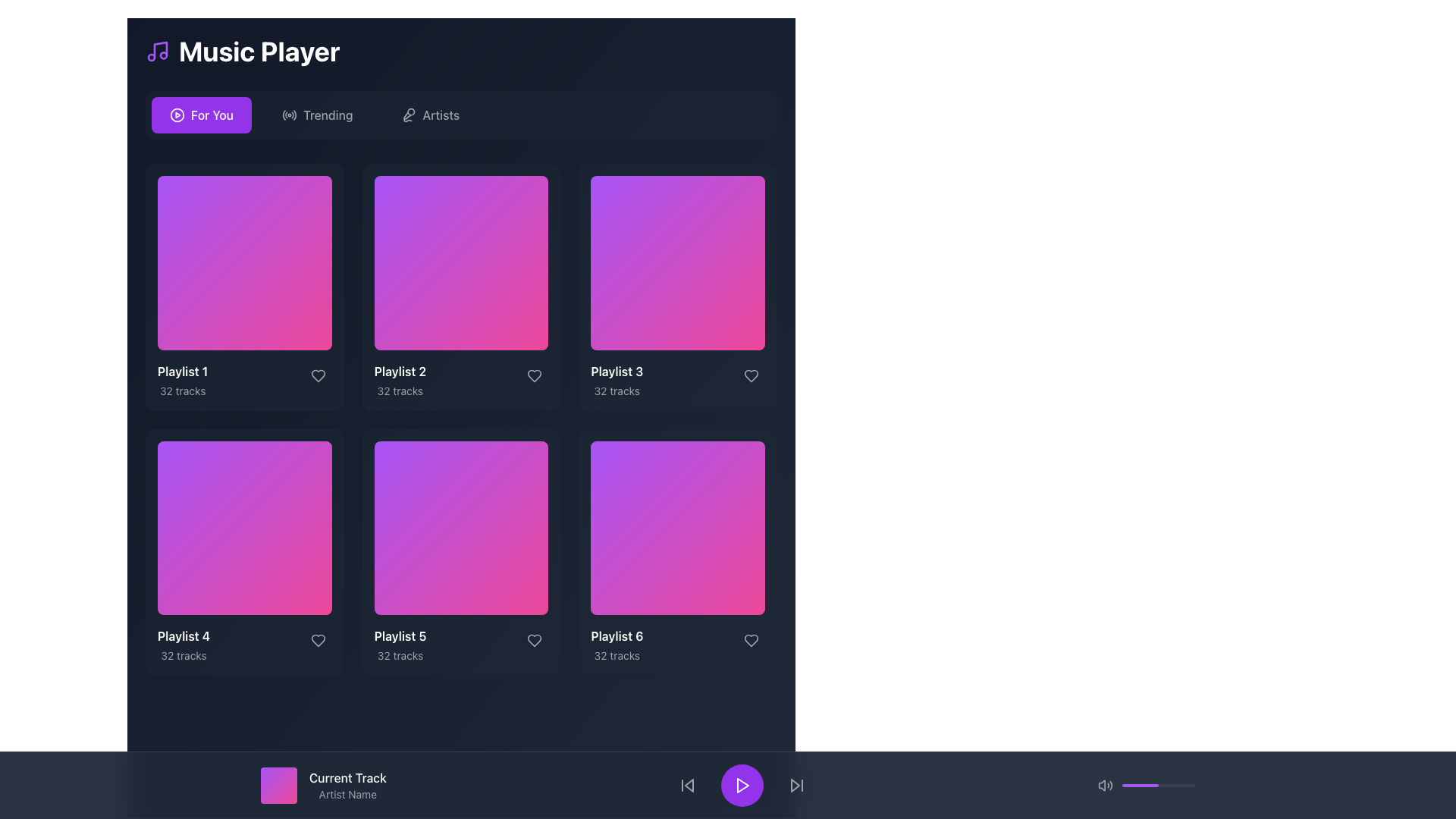  What do you see at coordinates (177, 114) in the screenshot?
I see `the circular play button with a triangular play icon inside, which is styled with a purple background and is located inside the 'For You' button at the top-left section of the user interface` at bounding box center [177, 114].